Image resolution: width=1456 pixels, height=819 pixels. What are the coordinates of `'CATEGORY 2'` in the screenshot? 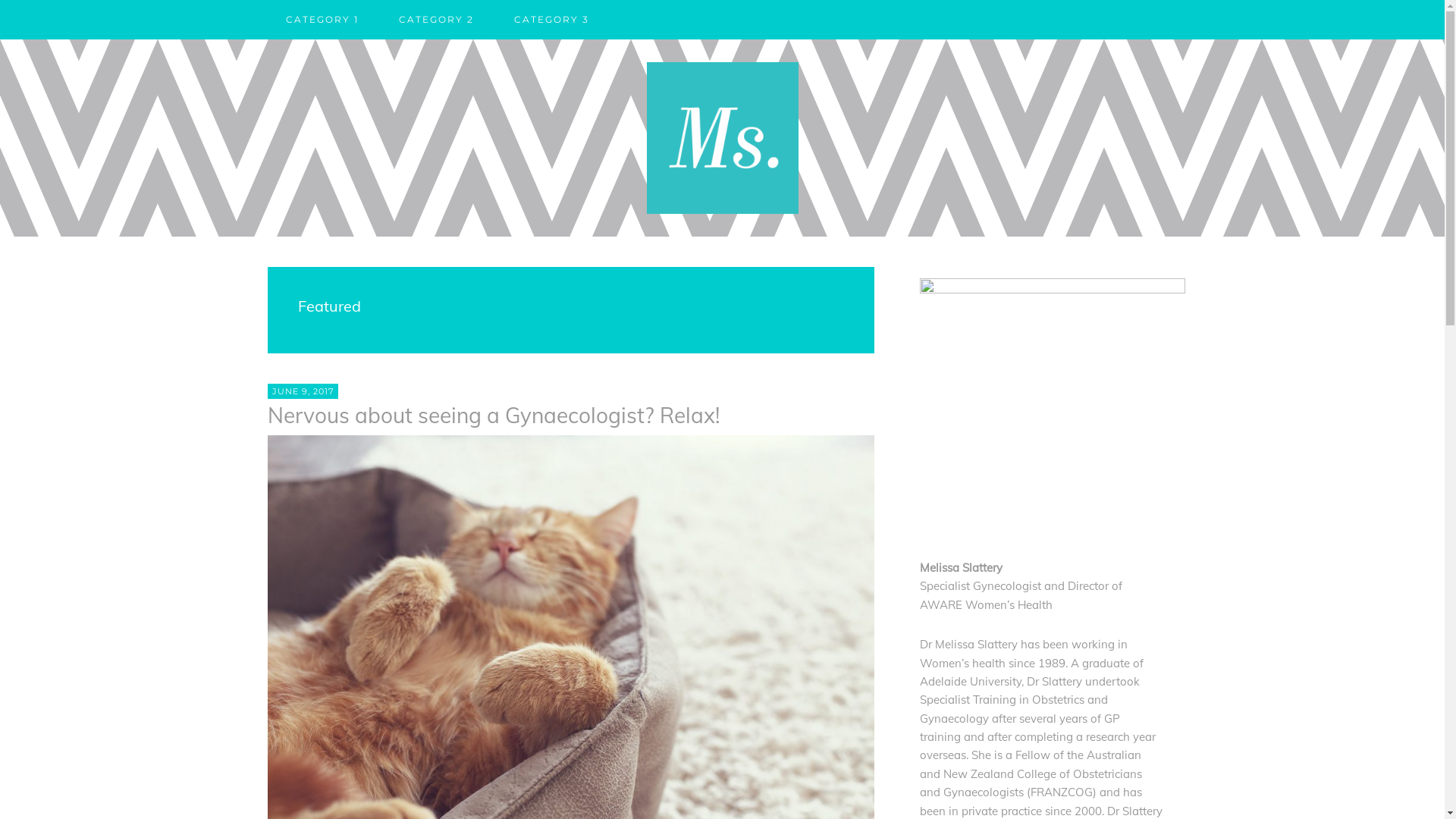 It's located at (435, 20).